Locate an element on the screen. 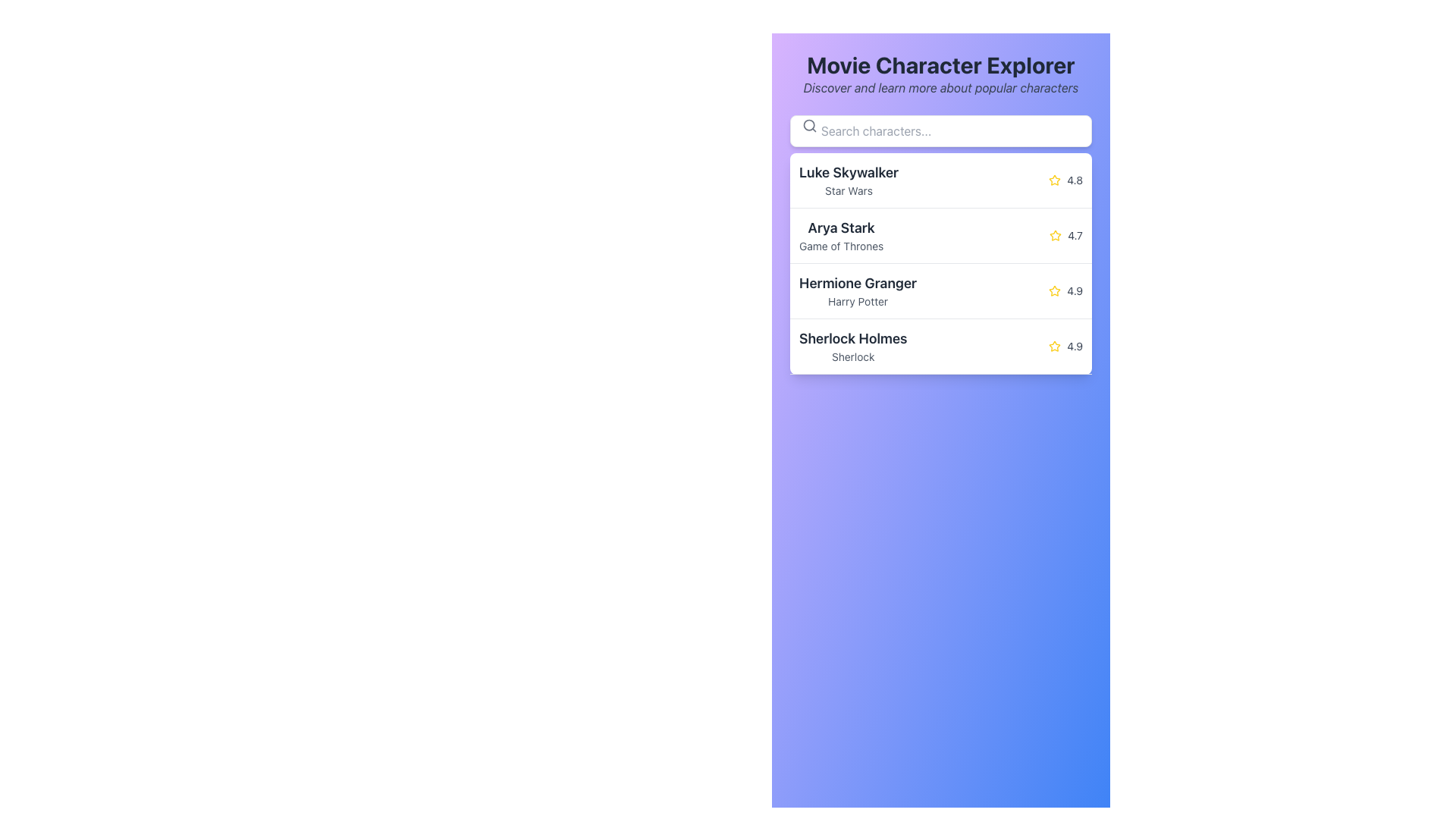 Image resolution: width=1456 pixels, height=819 pixels. the list item representing 'Arya Stark' from 'Game of Thrones' is located at coordinates (940, 236).